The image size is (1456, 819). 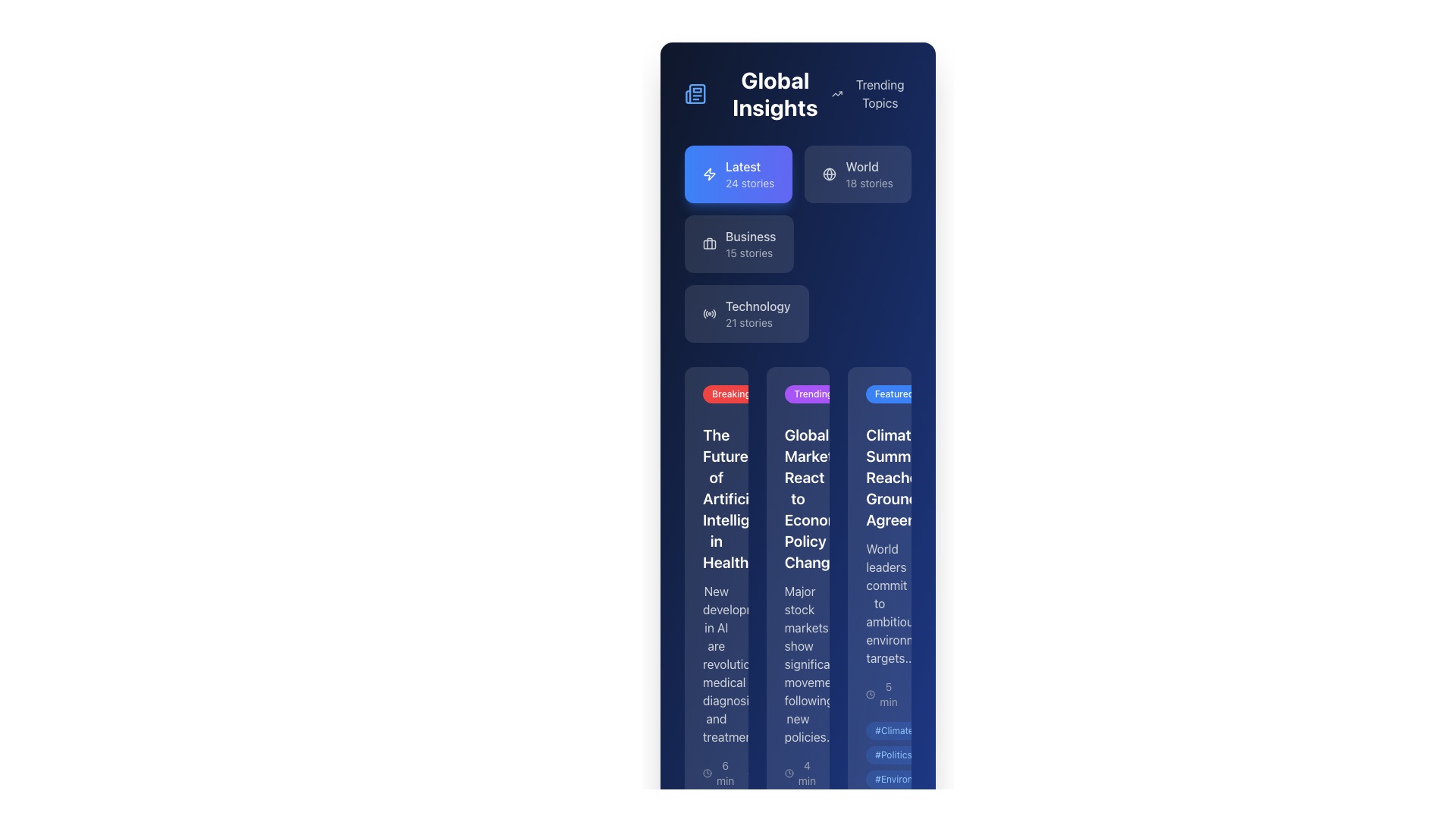 I want to click on the estimated reading time text with icon located beneath the title 'Global Markets React to Economic Policy Changes' in the content card, so click(x=797, y=773).